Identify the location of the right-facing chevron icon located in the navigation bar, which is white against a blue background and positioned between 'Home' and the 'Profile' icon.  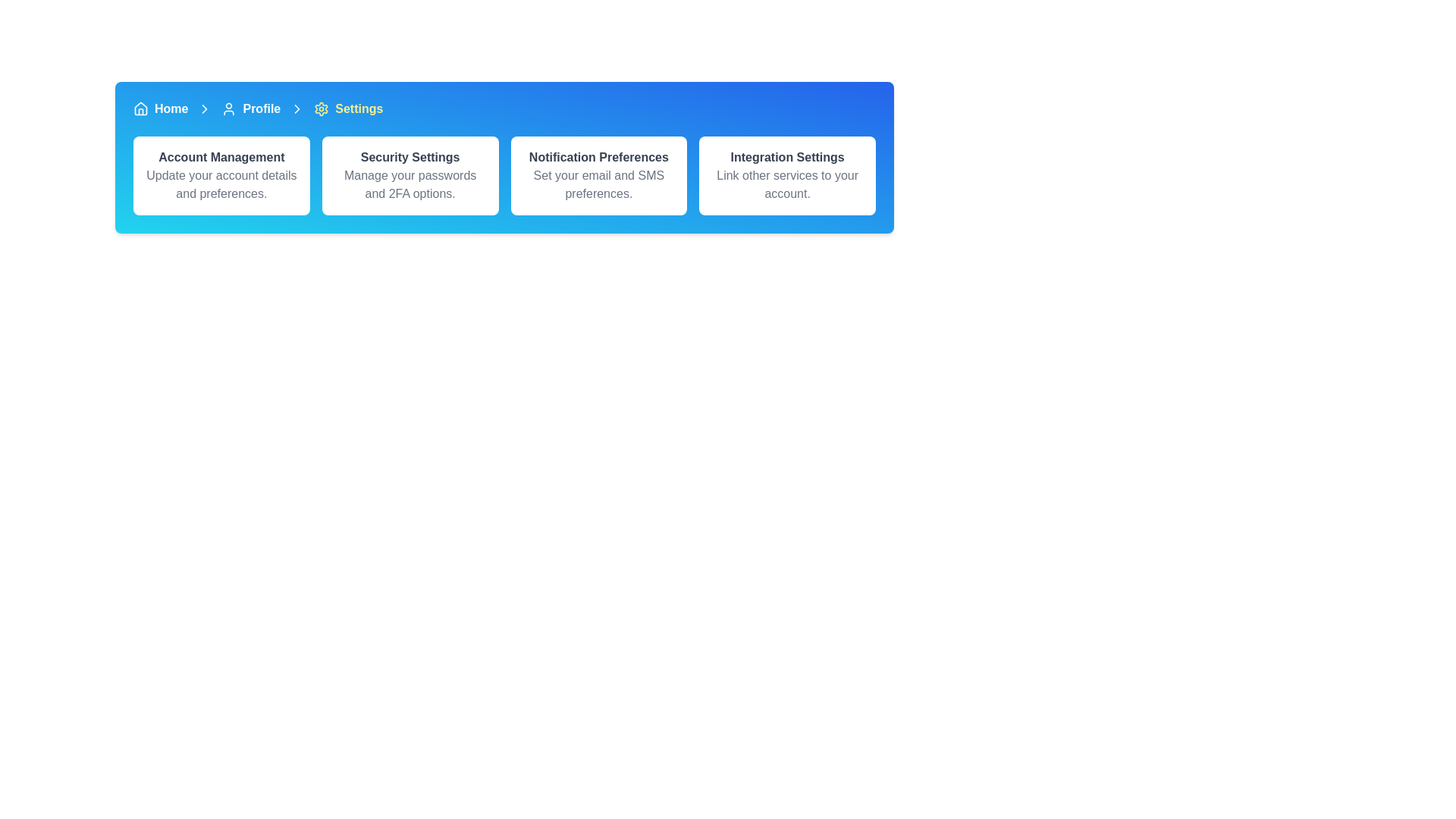
(204, 108).